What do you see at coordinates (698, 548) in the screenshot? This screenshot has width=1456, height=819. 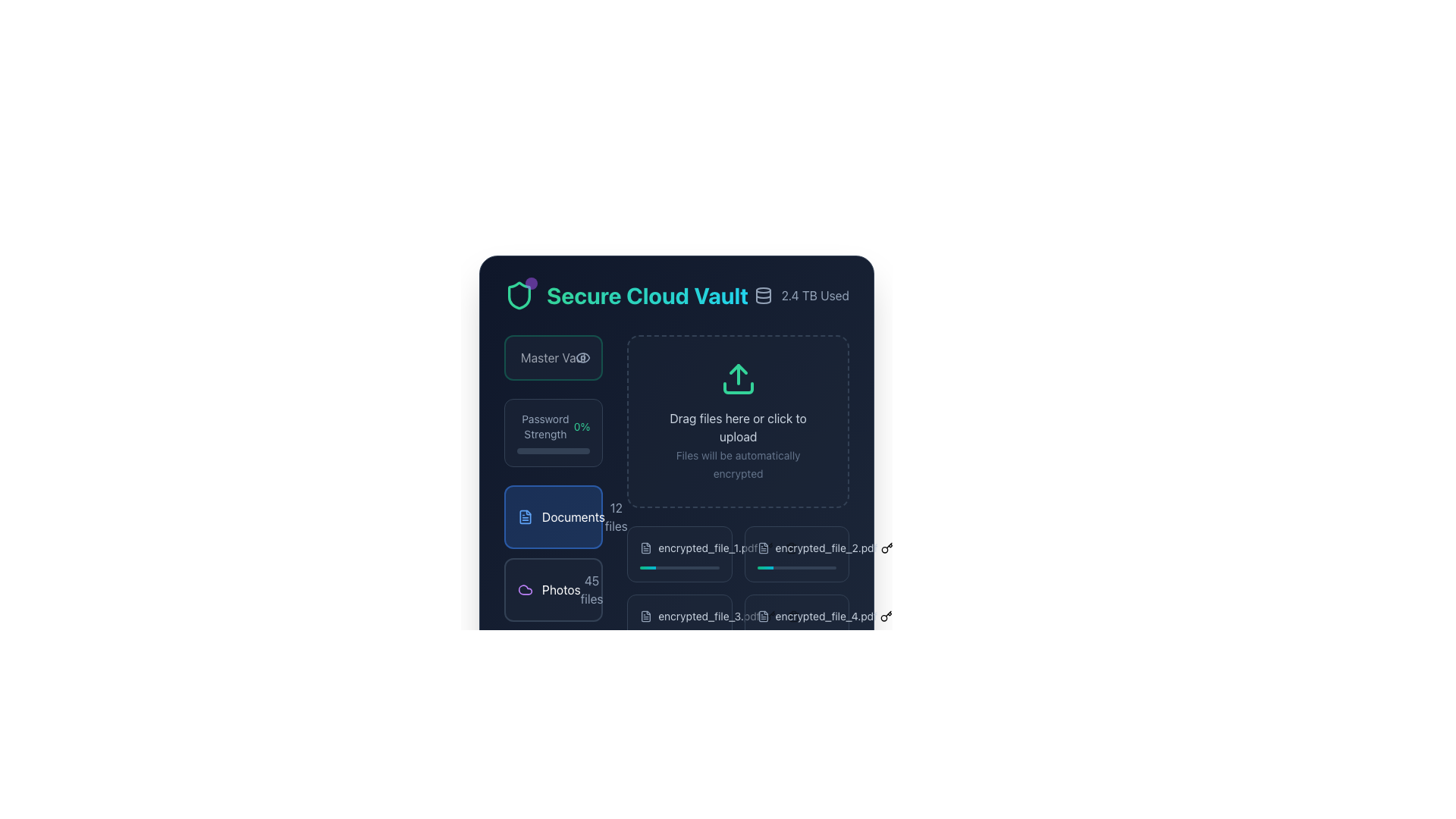 I see `the first file entry in the Documents section` at bounding box center [698, 548].